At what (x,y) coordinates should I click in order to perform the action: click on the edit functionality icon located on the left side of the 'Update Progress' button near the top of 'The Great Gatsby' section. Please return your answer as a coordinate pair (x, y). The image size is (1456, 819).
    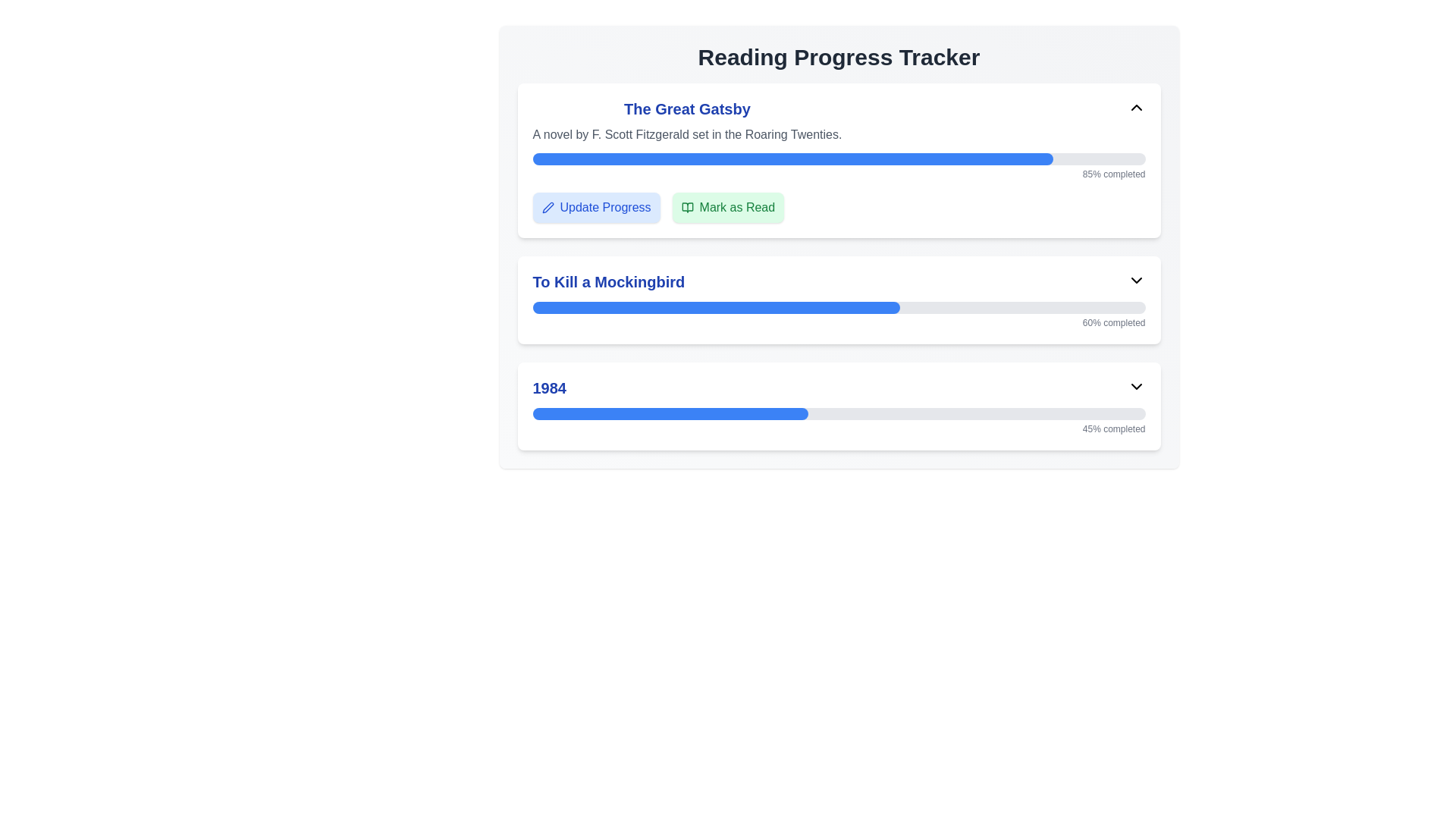
    Looking at the image, I should click on (547, 207).